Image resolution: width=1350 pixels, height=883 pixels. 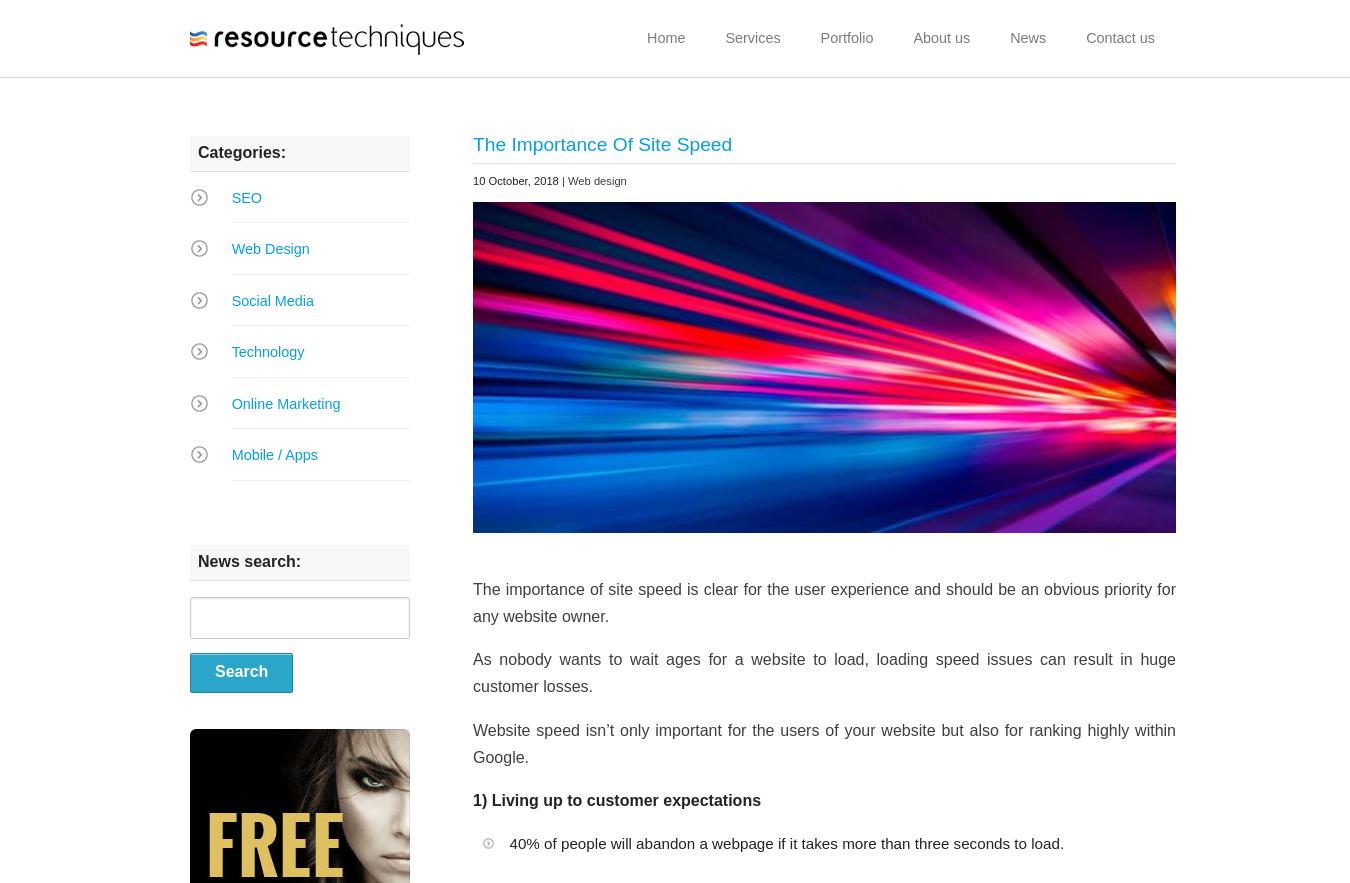 I want to click on 'News search:', so click(x=198, y=561).